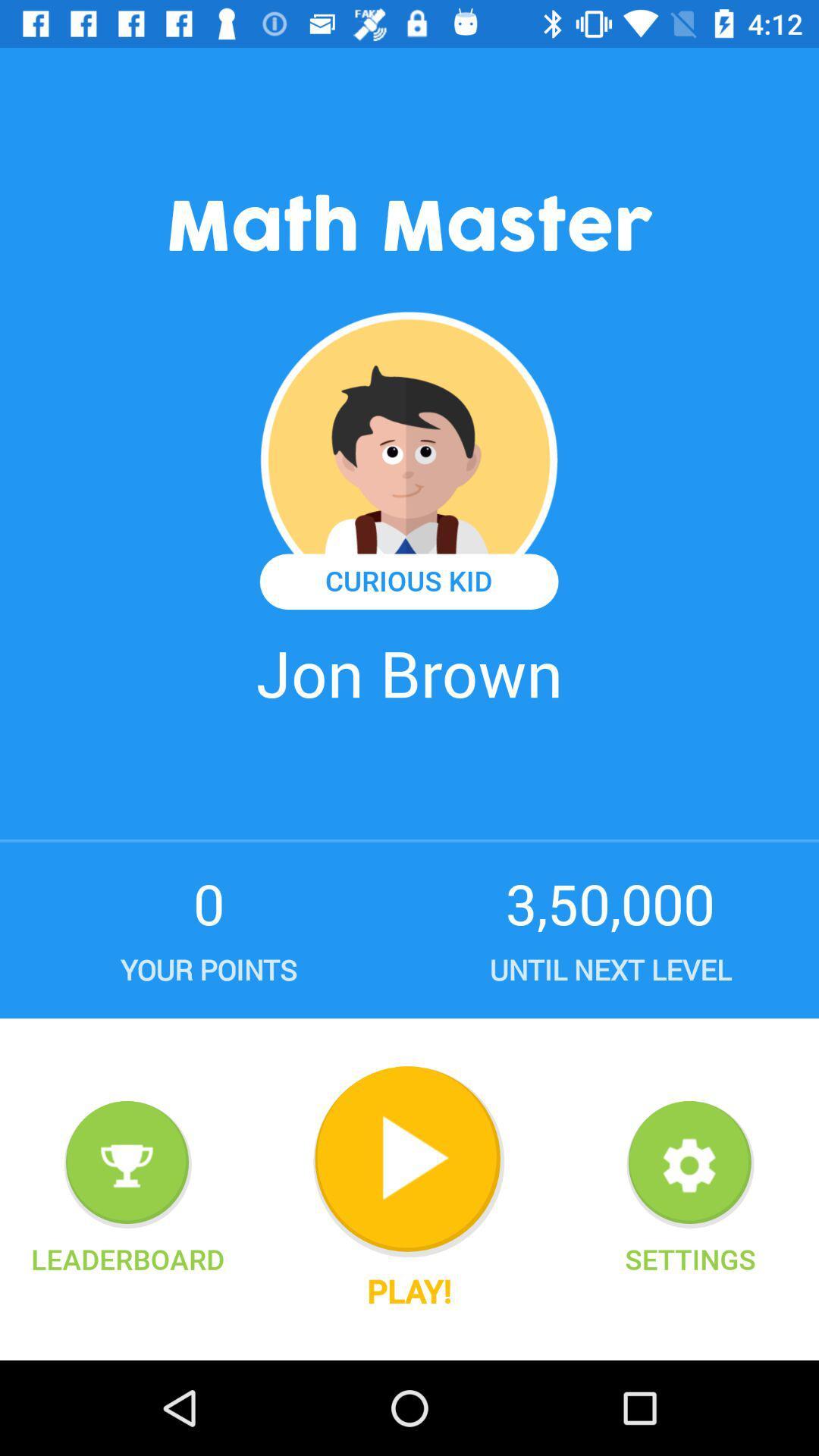 The image size is (819, 1456). Describe the element at coordinates (408, 1161) in the screenshot. I see `icon to the right of the leaderboard icon` at that location.